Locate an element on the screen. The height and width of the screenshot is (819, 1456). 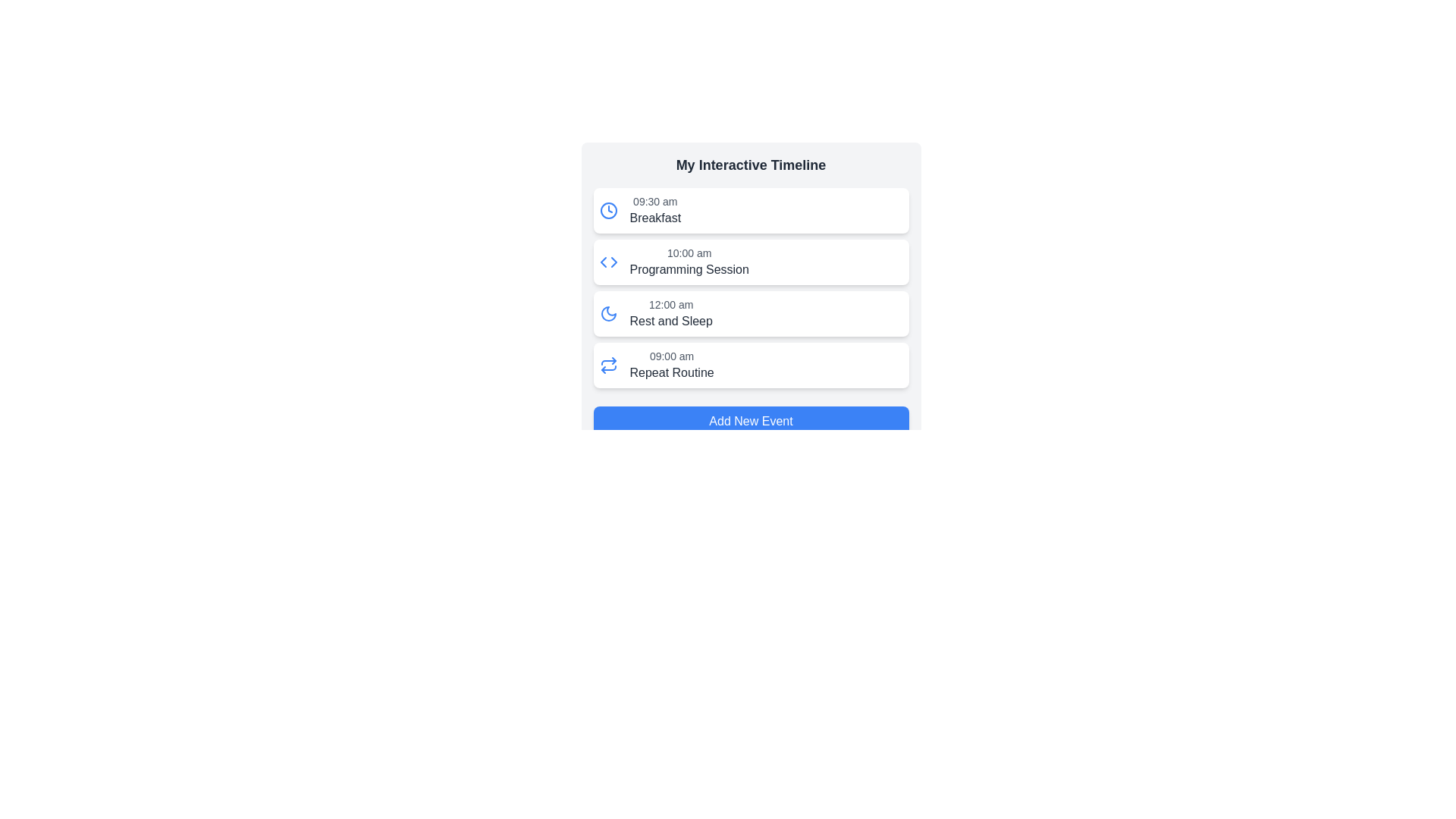
the static text label displaying 'Programming Session', which is located below '10:00 am' in the event list timeline is located at coordinates (689, 268).